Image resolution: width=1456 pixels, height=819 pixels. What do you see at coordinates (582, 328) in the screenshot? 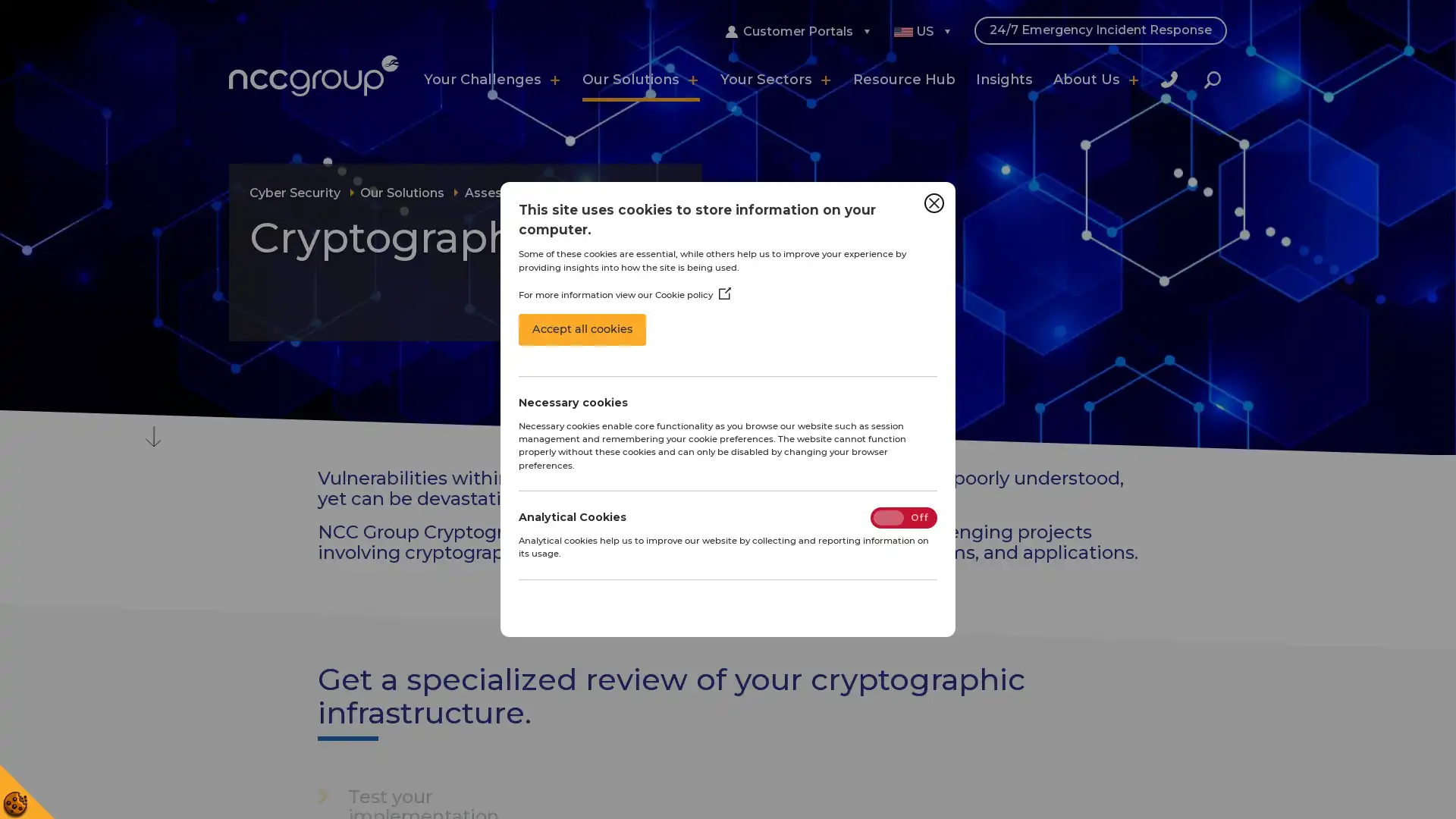
I see `Accept all cookies` at bounding box center [582, 328].